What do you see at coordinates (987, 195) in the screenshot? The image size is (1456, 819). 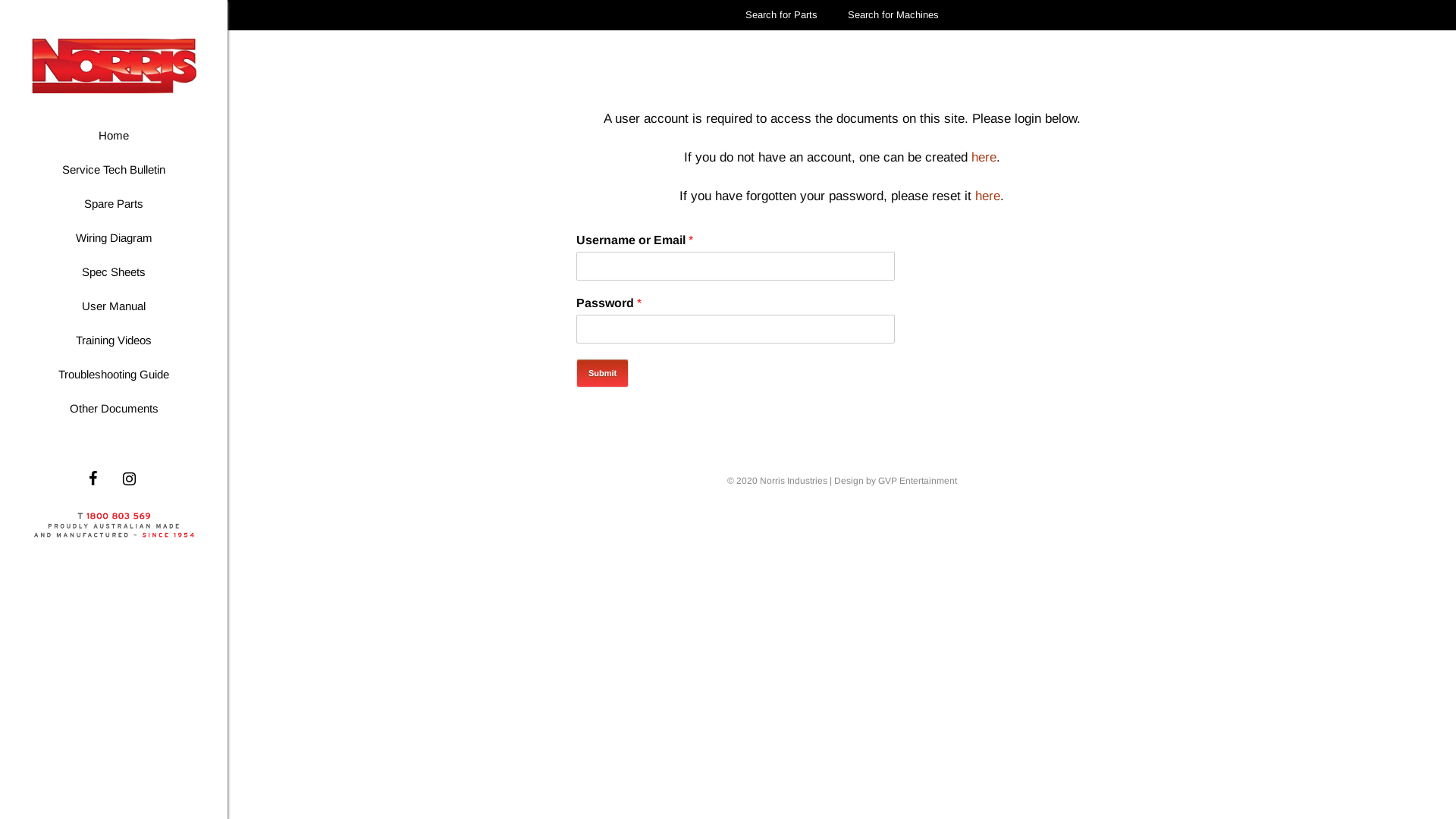 I see `'here'` at bounding box center [987, 195].